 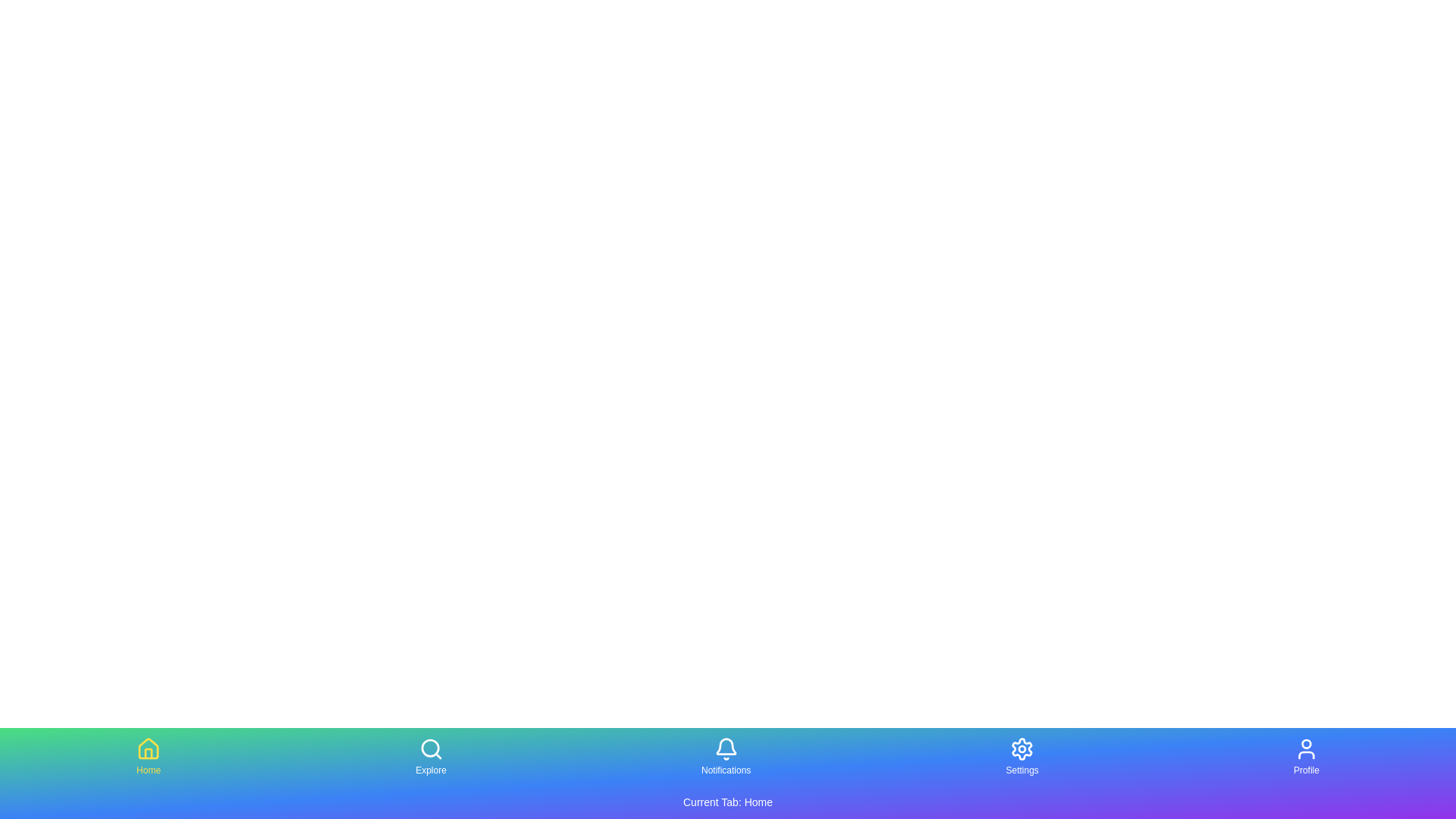 I want to click on the tab labeled Home to select it, so click(x=149, y=757).